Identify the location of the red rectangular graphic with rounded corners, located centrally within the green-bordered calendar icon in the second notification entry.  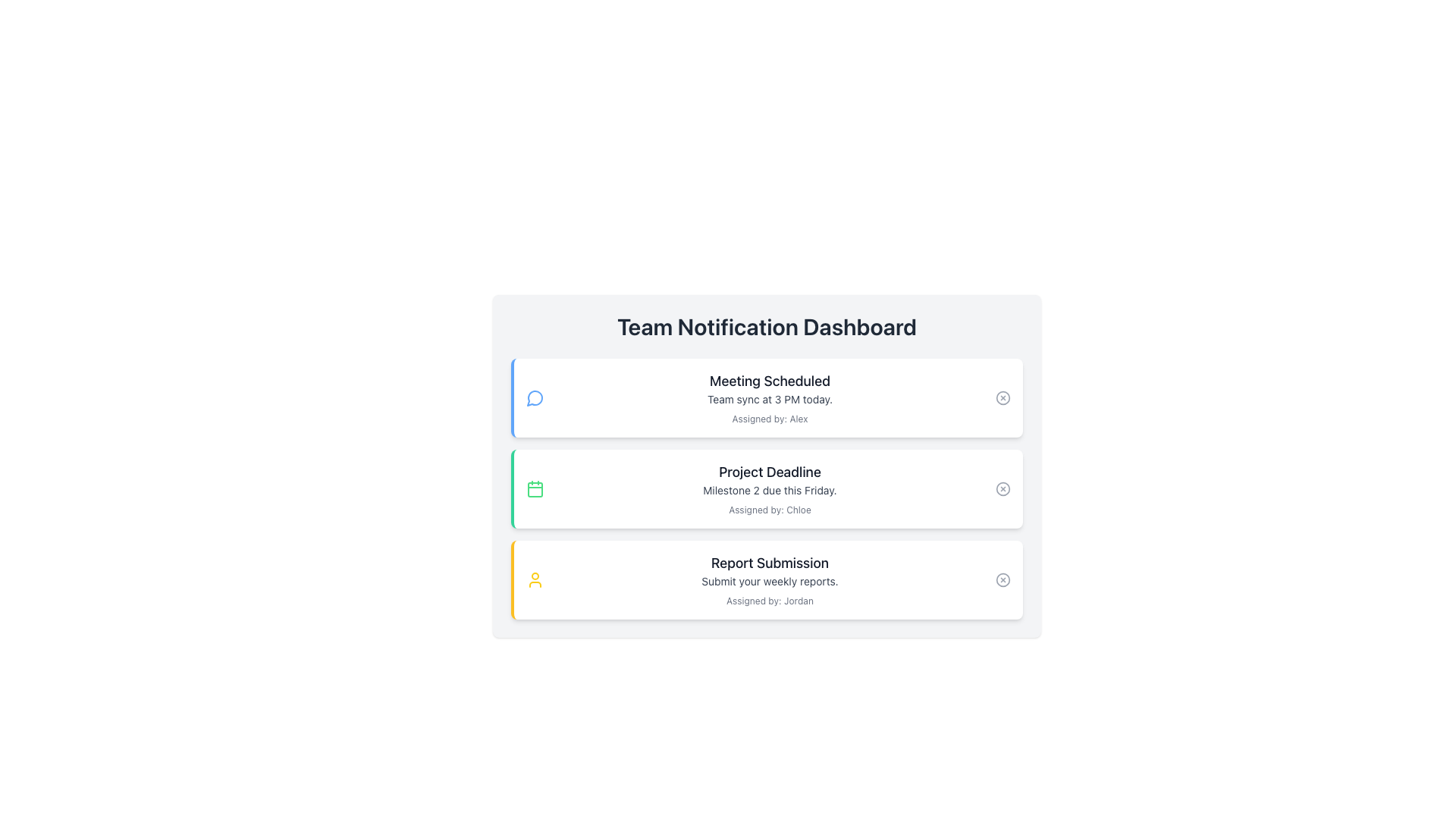
(535, 489).